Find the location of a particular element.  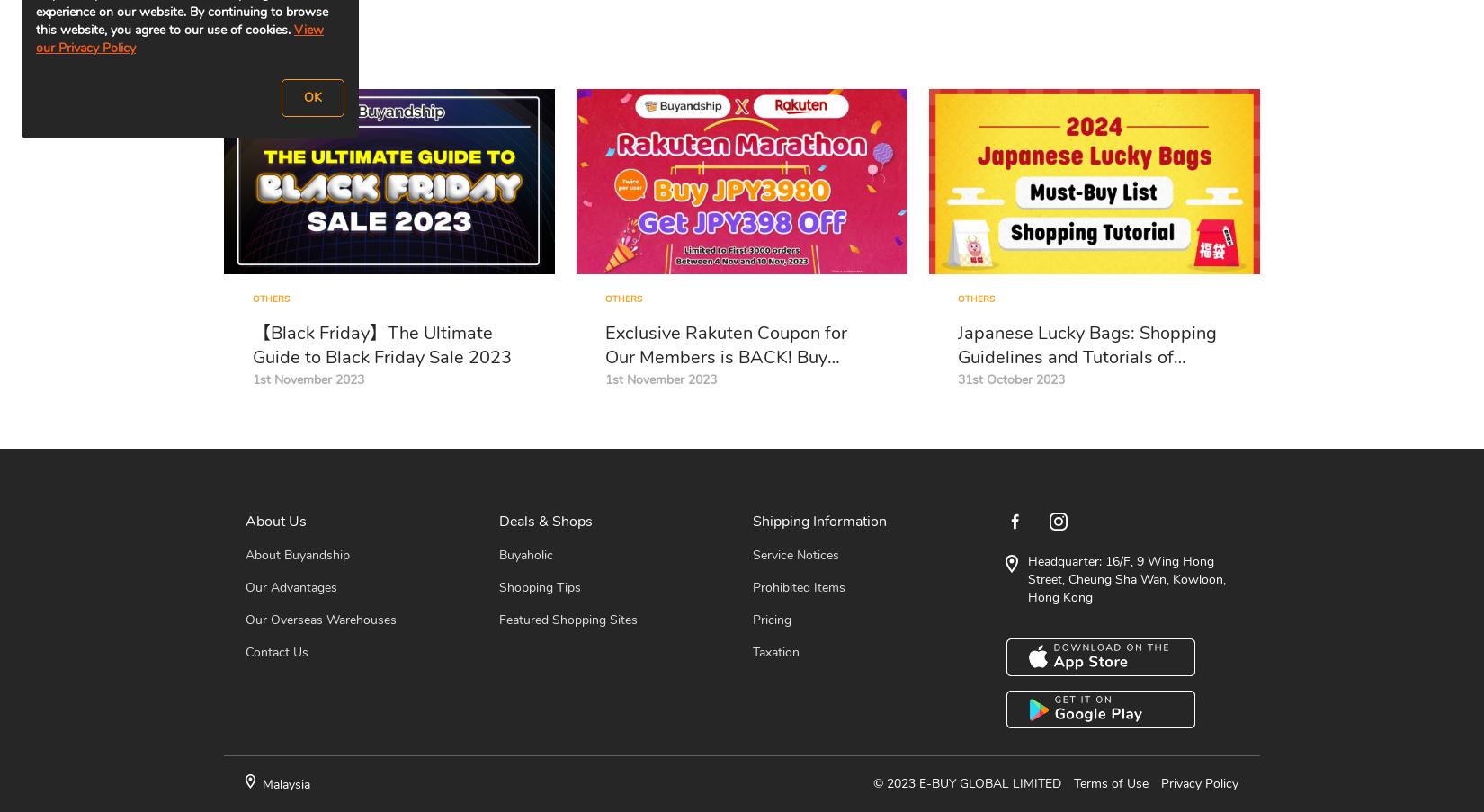

'© 2023 E-BUY GLOBAL LIMITED' is located at coordinates (967, 783).